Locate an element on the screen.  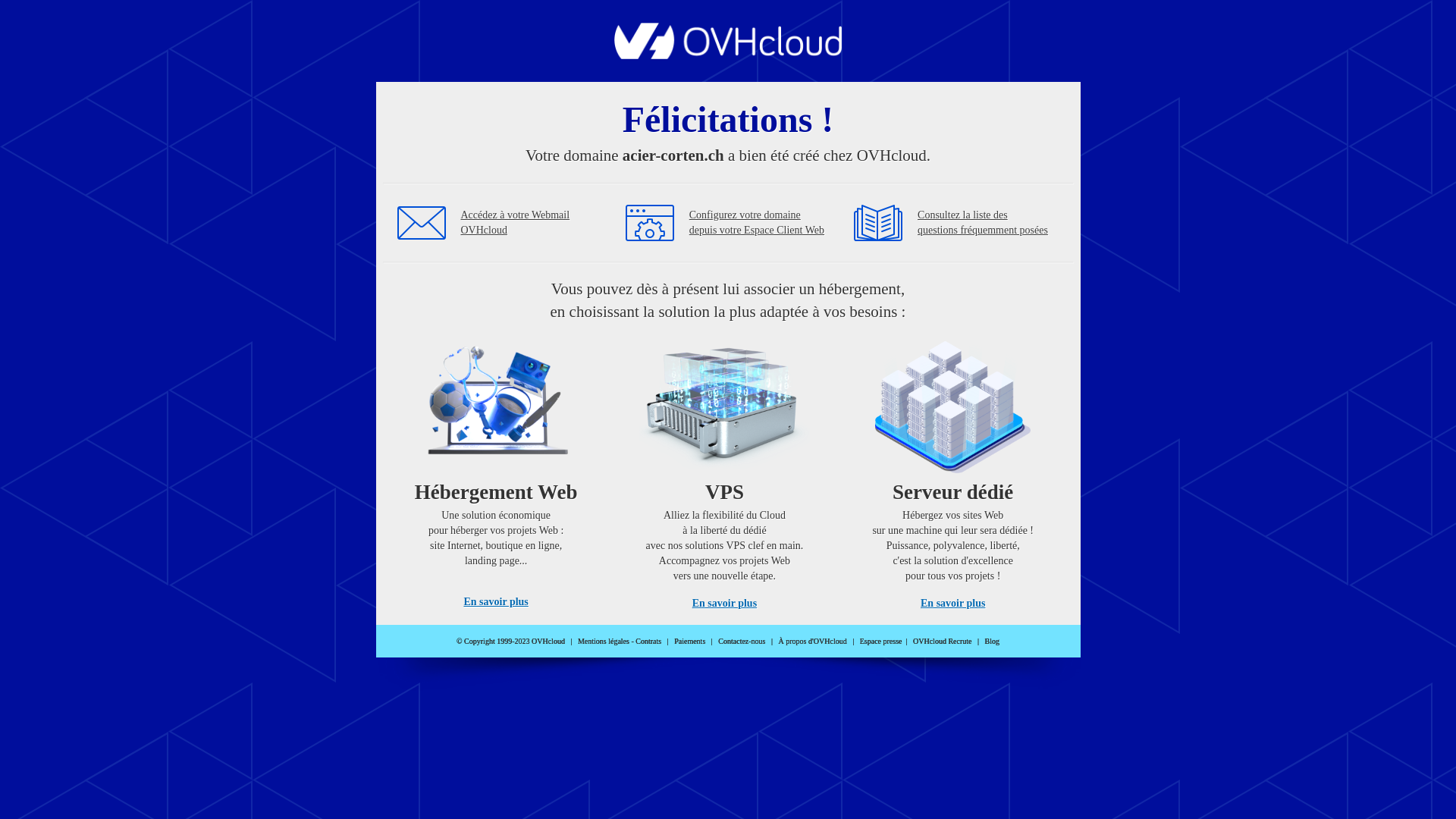
'Configurez votre domaine is located at coordinates (757, 222).